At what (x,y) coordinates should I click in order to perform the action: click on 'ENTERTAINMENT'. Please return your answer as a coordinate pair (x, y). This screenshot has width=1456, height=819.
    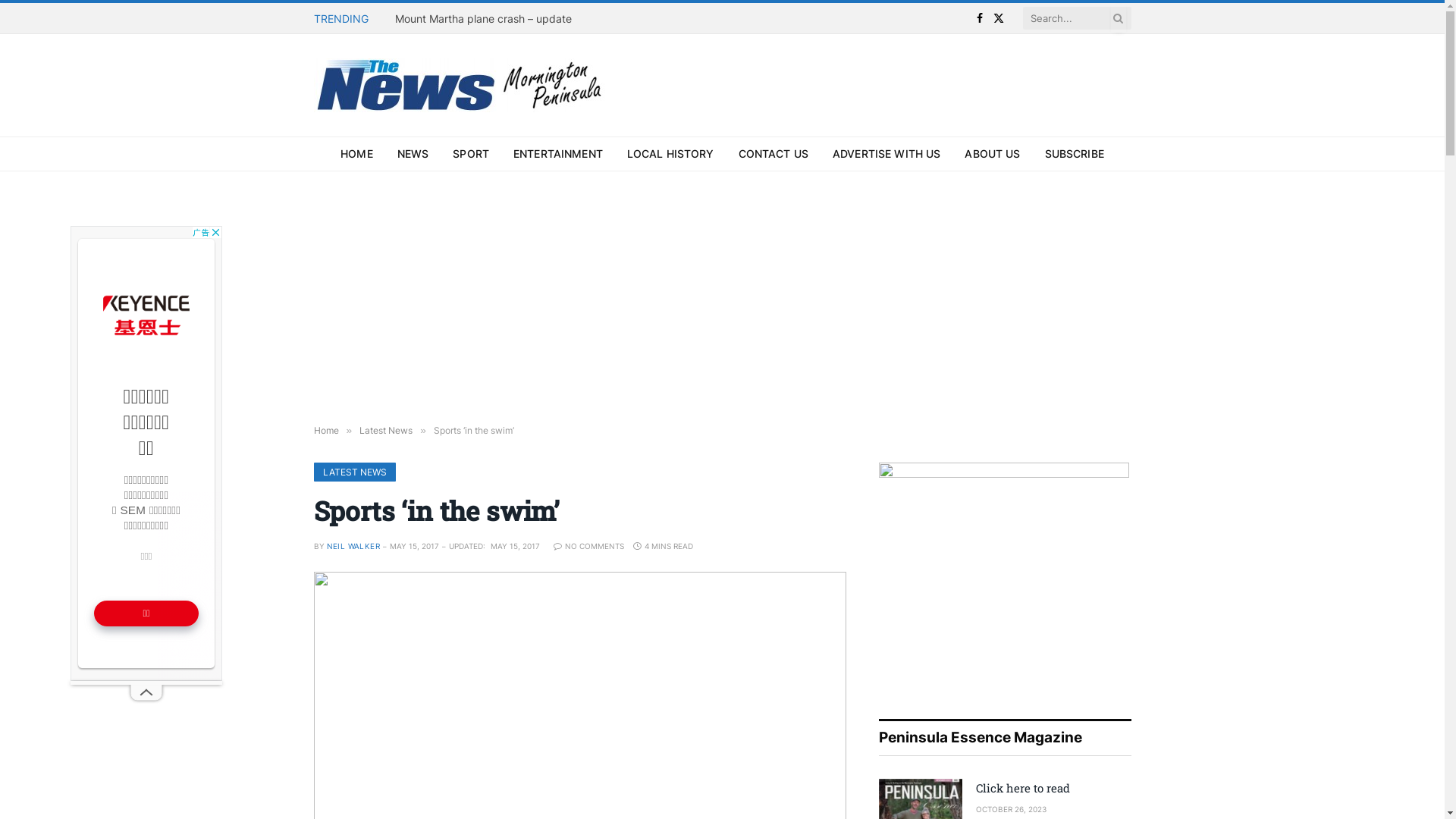
    Looking at the image, I should click on (557, 154).